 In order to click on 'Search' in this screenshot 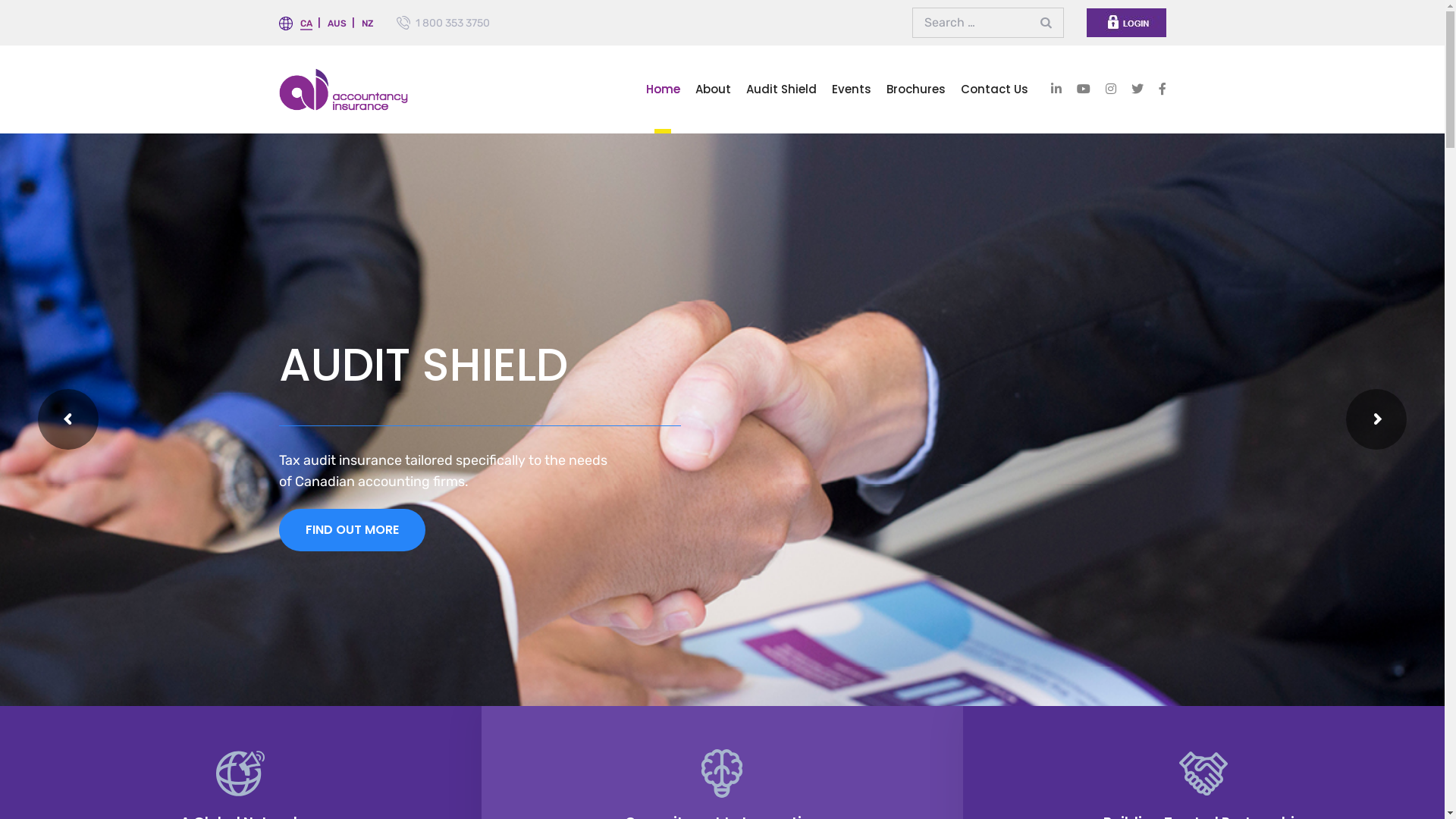, I will do `click(1047, 22)`.